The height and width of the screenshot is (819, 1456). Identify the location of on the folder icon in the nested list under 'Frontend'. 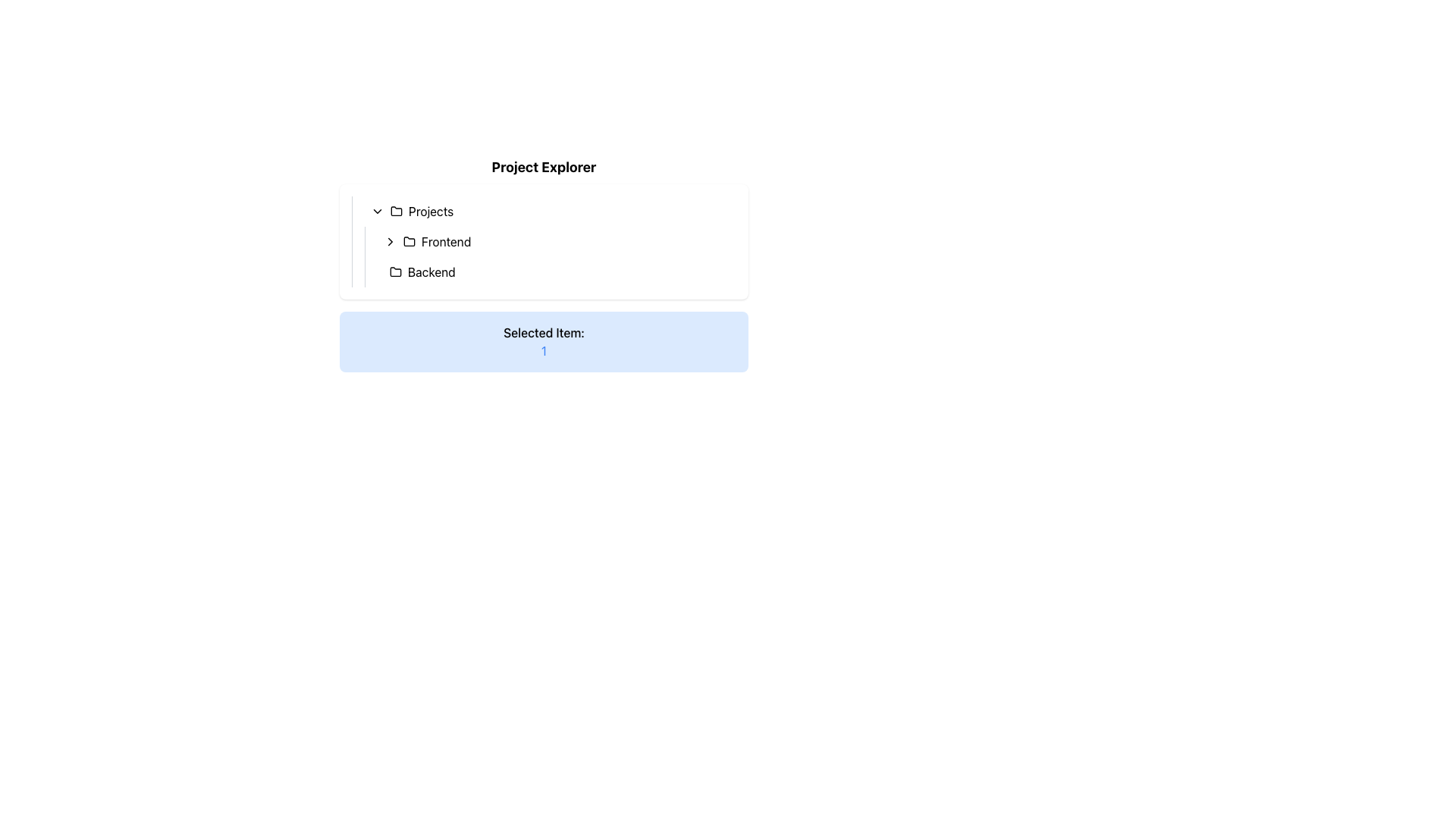
(409, 240).